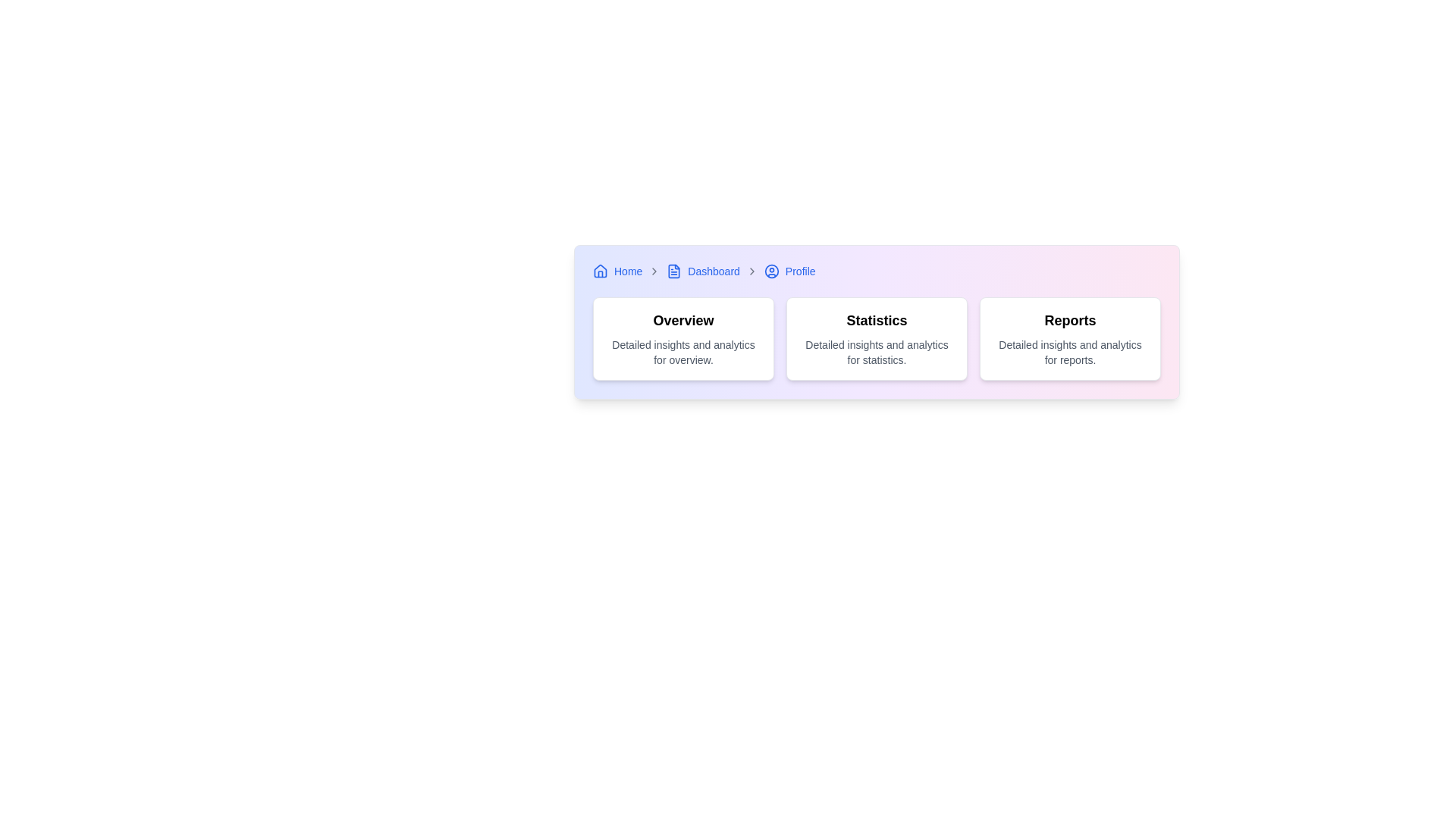  I want to click on the static text element displaying 'Reports', which is styled as a bold heading and positioned at the top of the rightmost card in a row of three cards, so click(1069, 320).